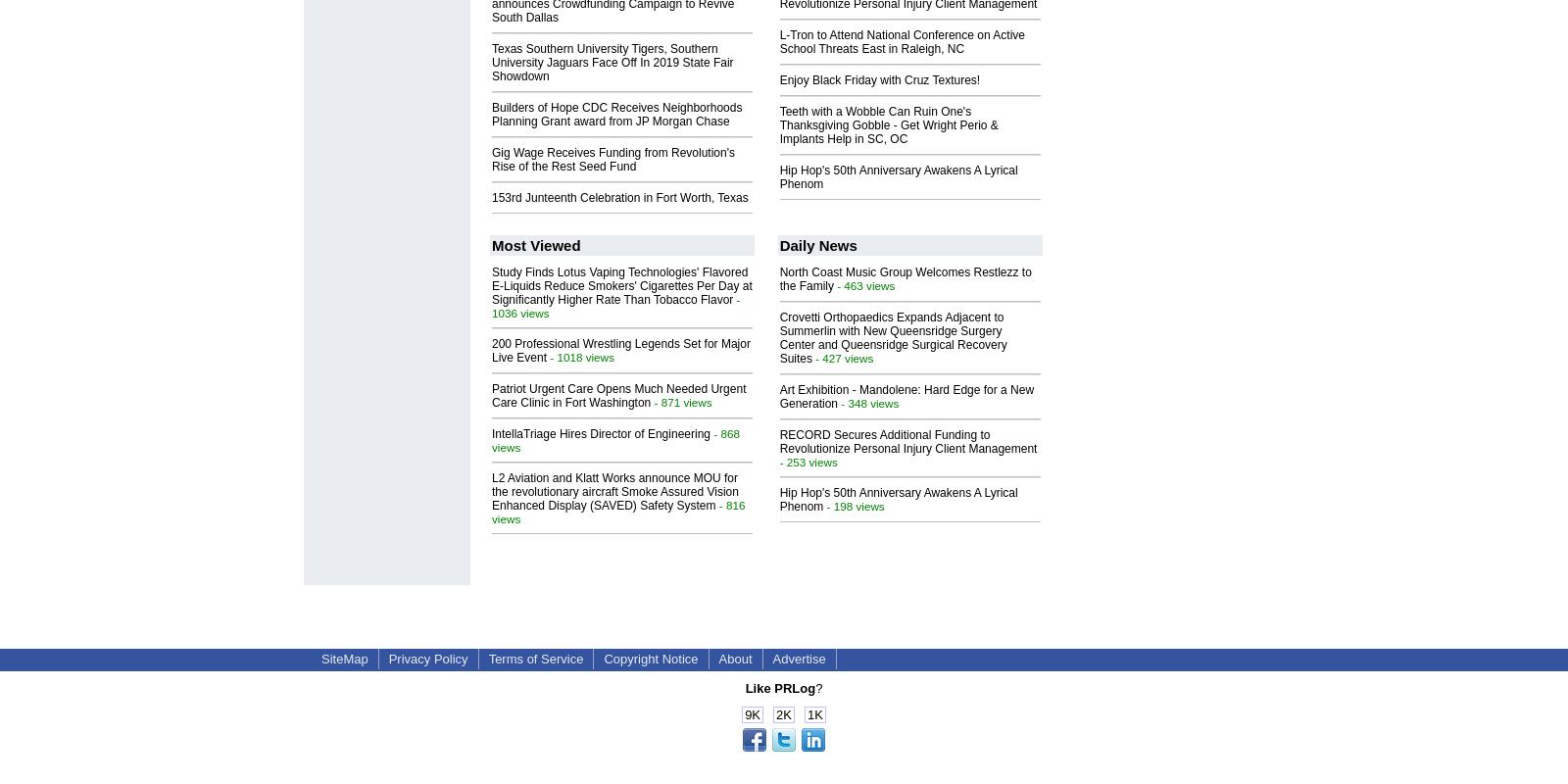 The image size is (1568, 784). Describe the element at coordinates (862, 284) in the screenshot. I see `'- 463 views'` at that location.